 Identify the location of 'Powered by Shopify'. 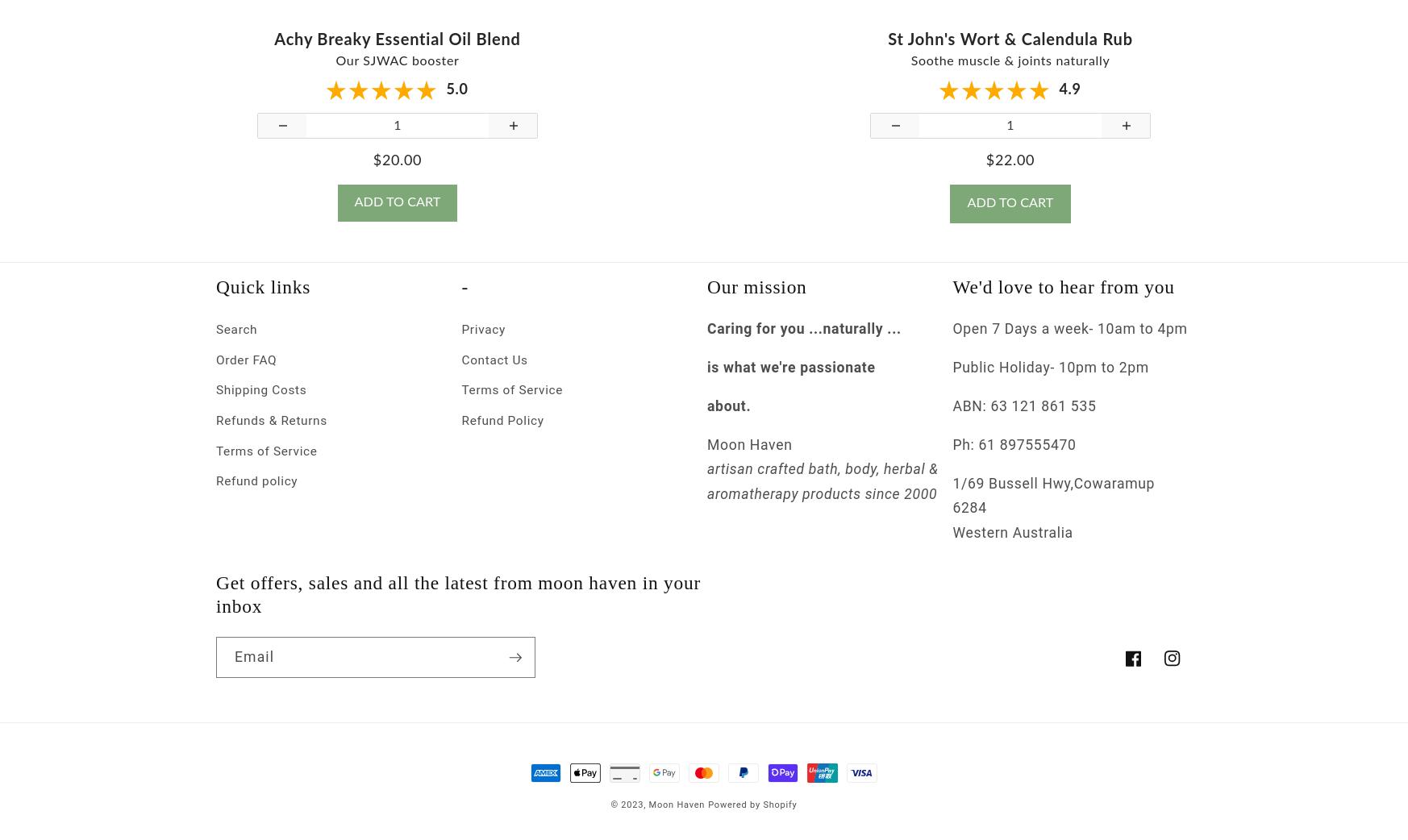
(707, 818).